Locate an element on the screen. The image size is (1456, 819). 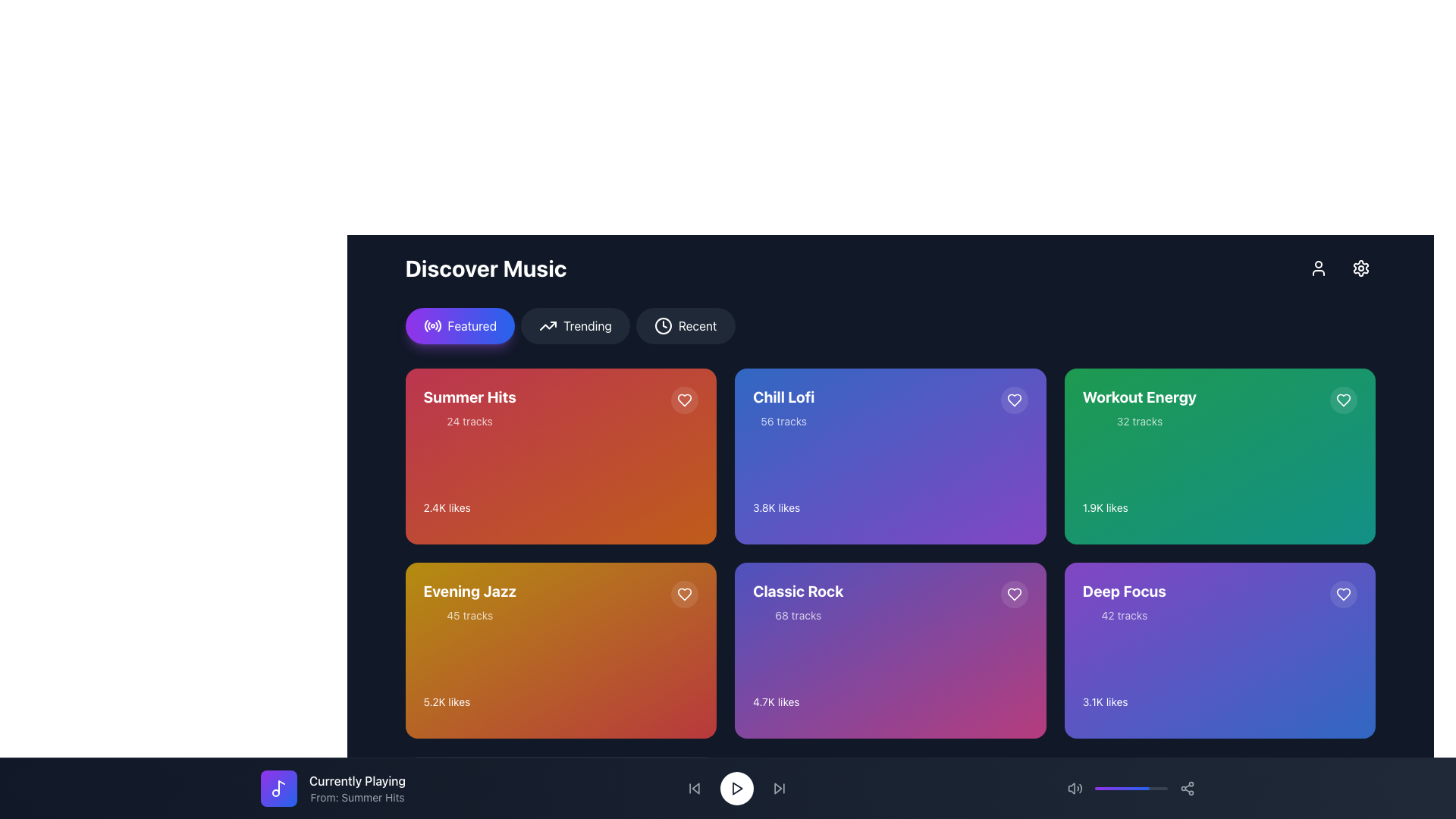
the 'Evening Jazz' playlist tile, which is a rectangular tile with rounded corners, a gradient background from yellow to red, displaying 'Evening Jazz' in bold at the top, '45 tracks' below, and '5.2K likes' at the bottom is located at coordinates (560, 649).